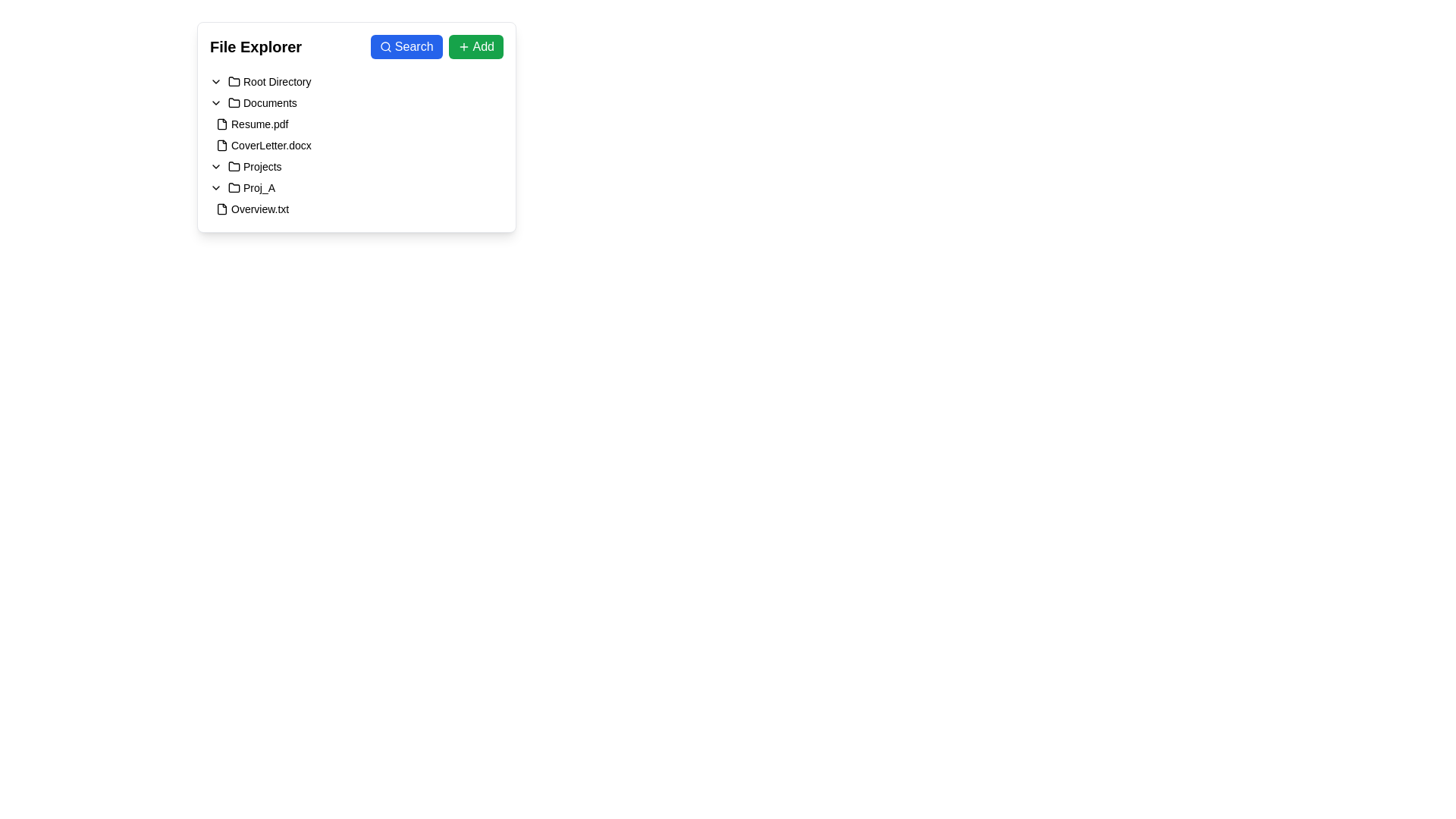  Describe the element at coordinates (356, 166) in the screenshot. I see `the Folder item in the file explorer interface located under 'Root Directory'` at that location.